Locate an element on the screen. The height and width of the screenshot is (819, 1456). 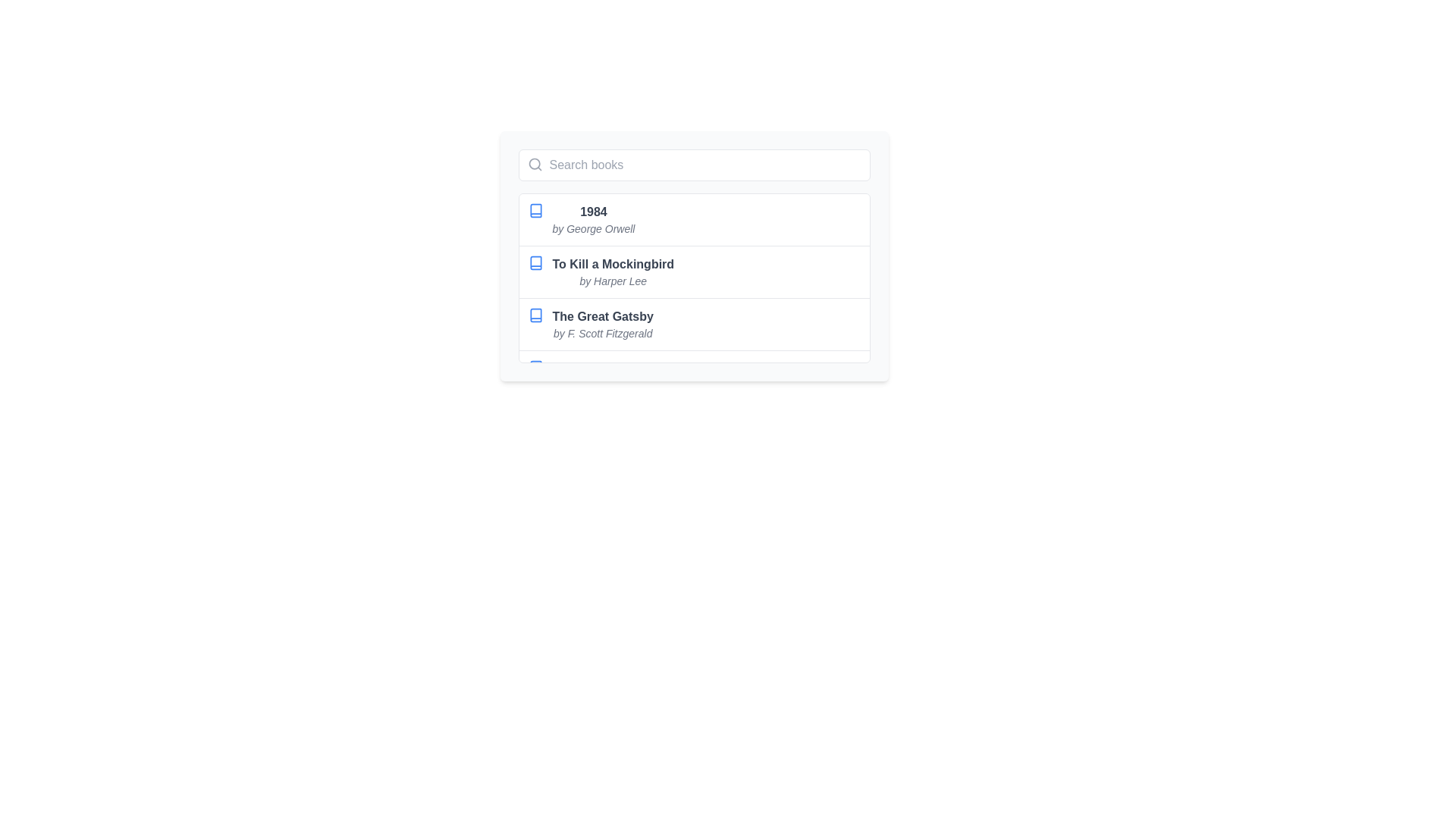
the italic, small-sized text label that reads 'by Harper Lee', which is positioned directly below the title 'To Kill a Mockingbird' is located at coordinates (613, 281).